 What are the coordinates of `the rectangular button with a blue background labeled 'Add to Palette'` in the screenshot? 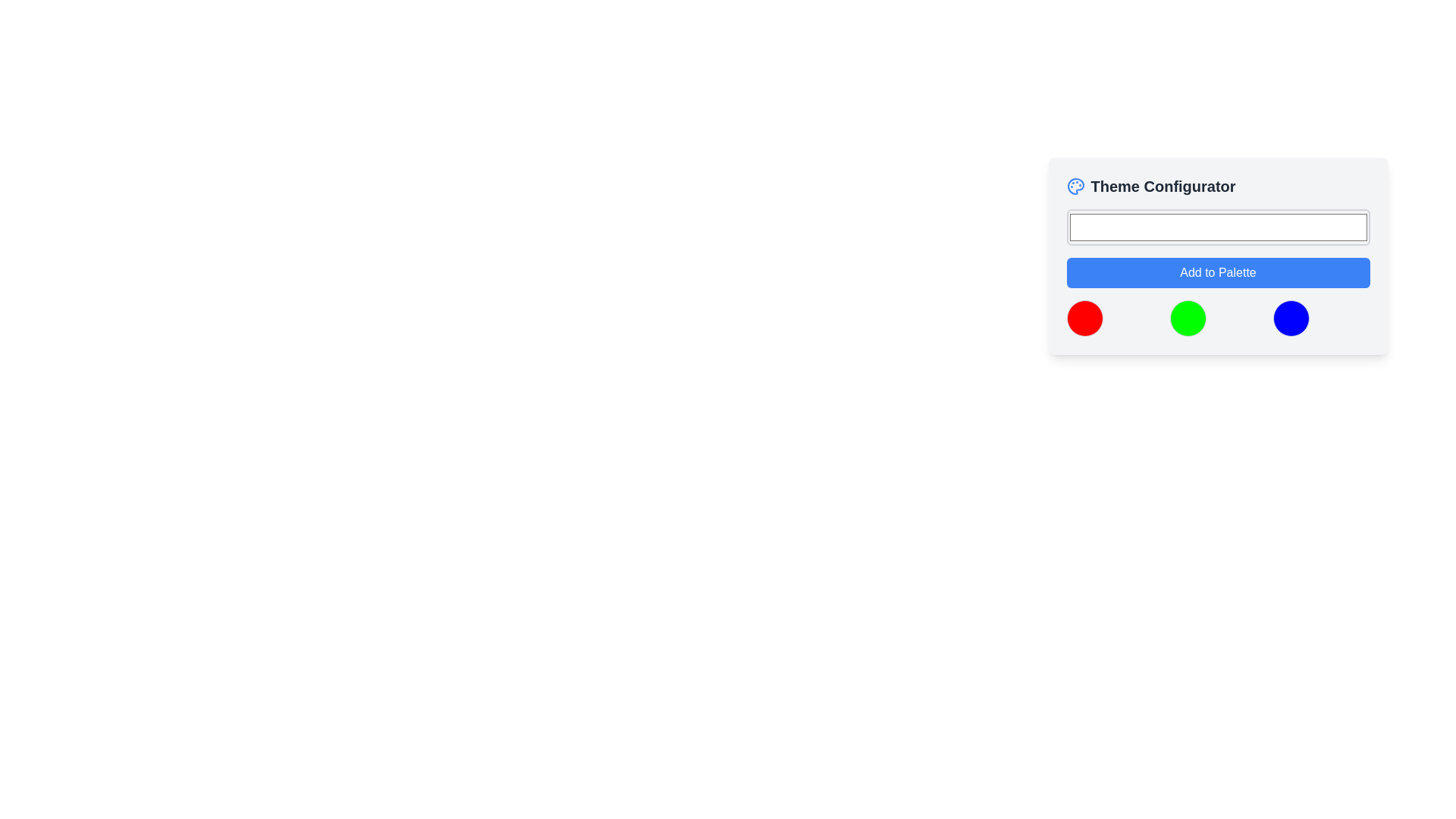 It's located at (1218, 271).